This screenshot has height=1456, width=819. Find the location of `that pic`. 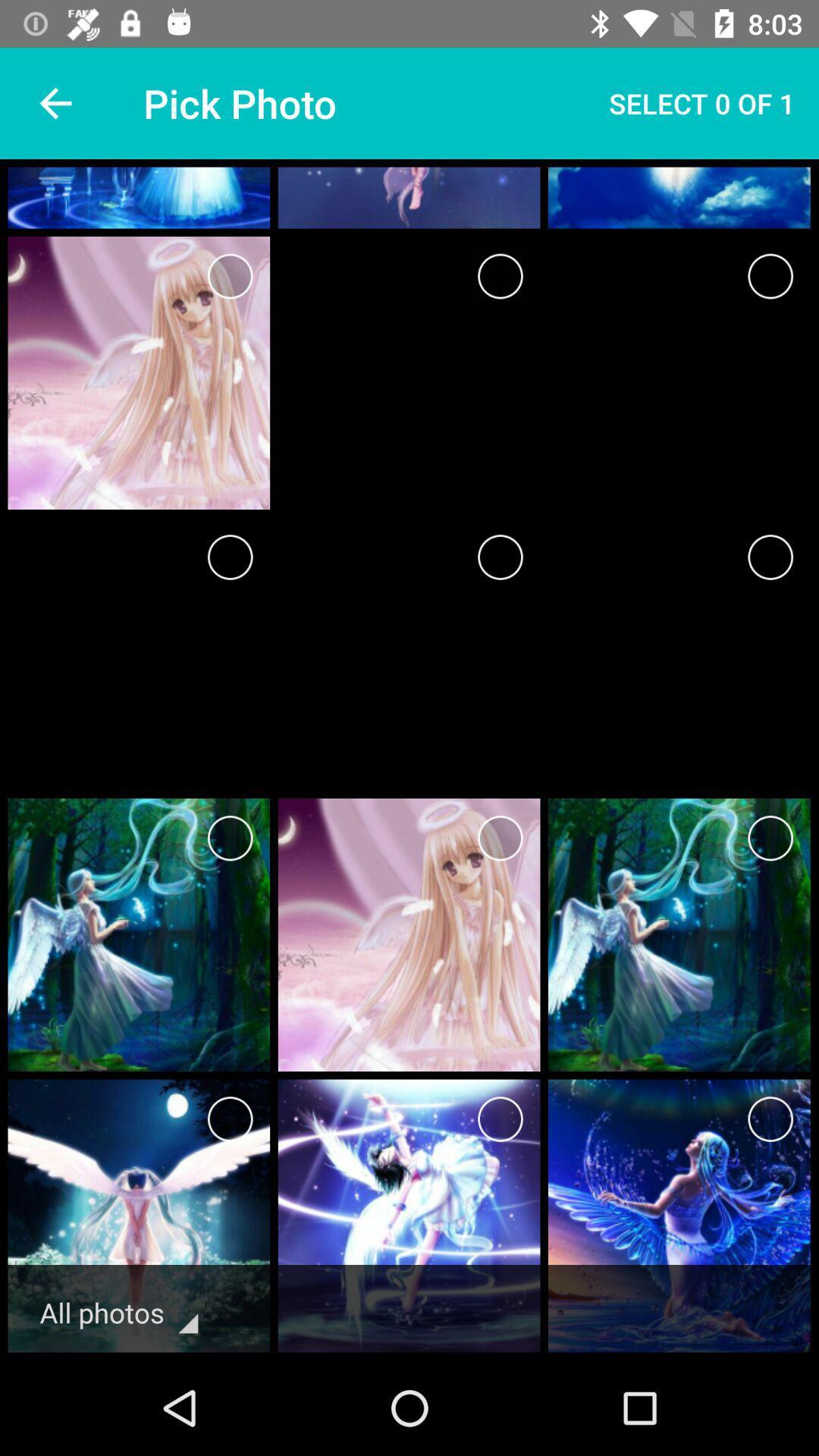

that pic is located at coordinates (500, 556).